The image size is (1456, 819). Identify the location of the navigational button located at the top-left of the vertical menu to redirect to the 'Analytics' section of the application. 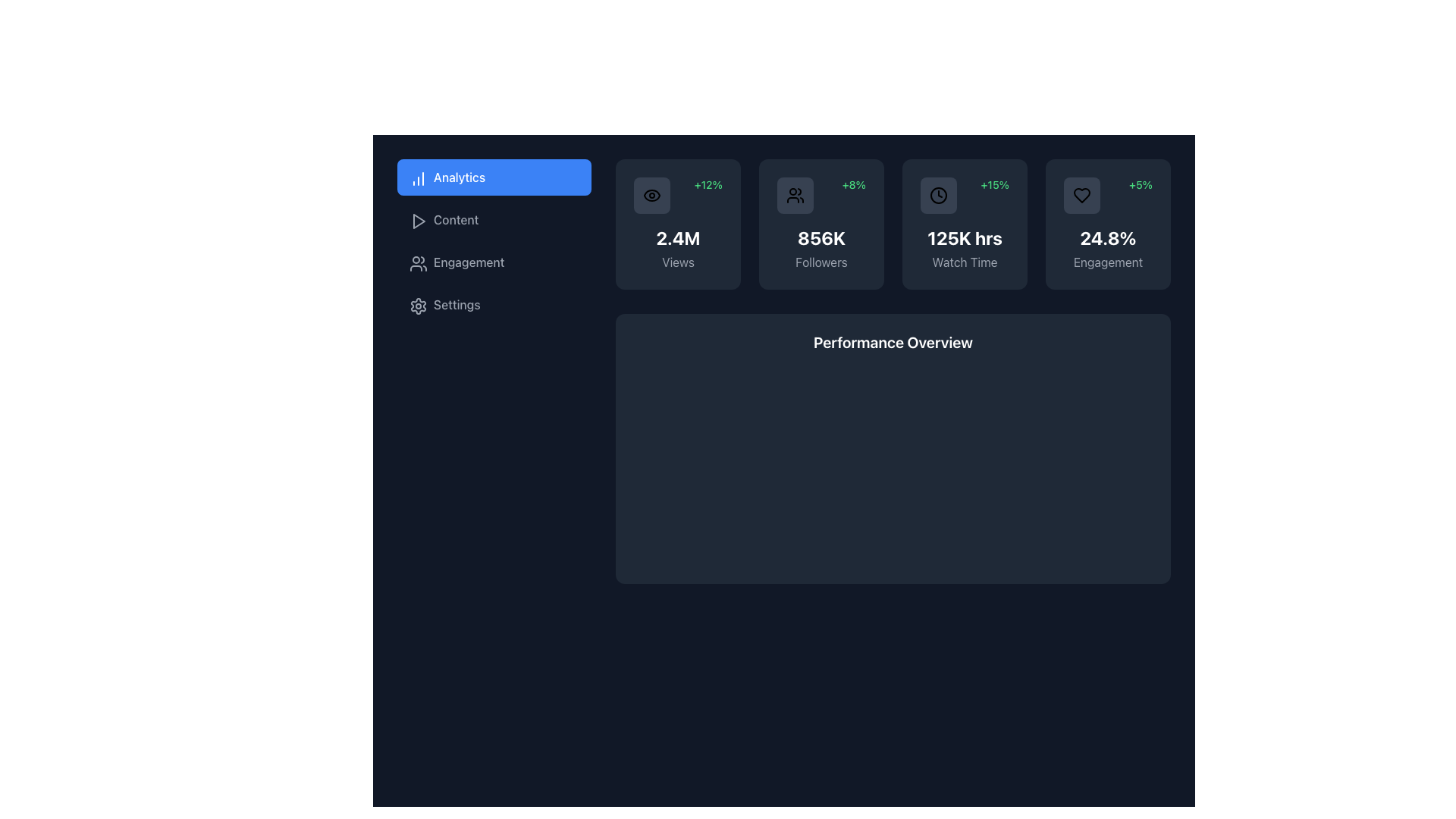
(494, 177).